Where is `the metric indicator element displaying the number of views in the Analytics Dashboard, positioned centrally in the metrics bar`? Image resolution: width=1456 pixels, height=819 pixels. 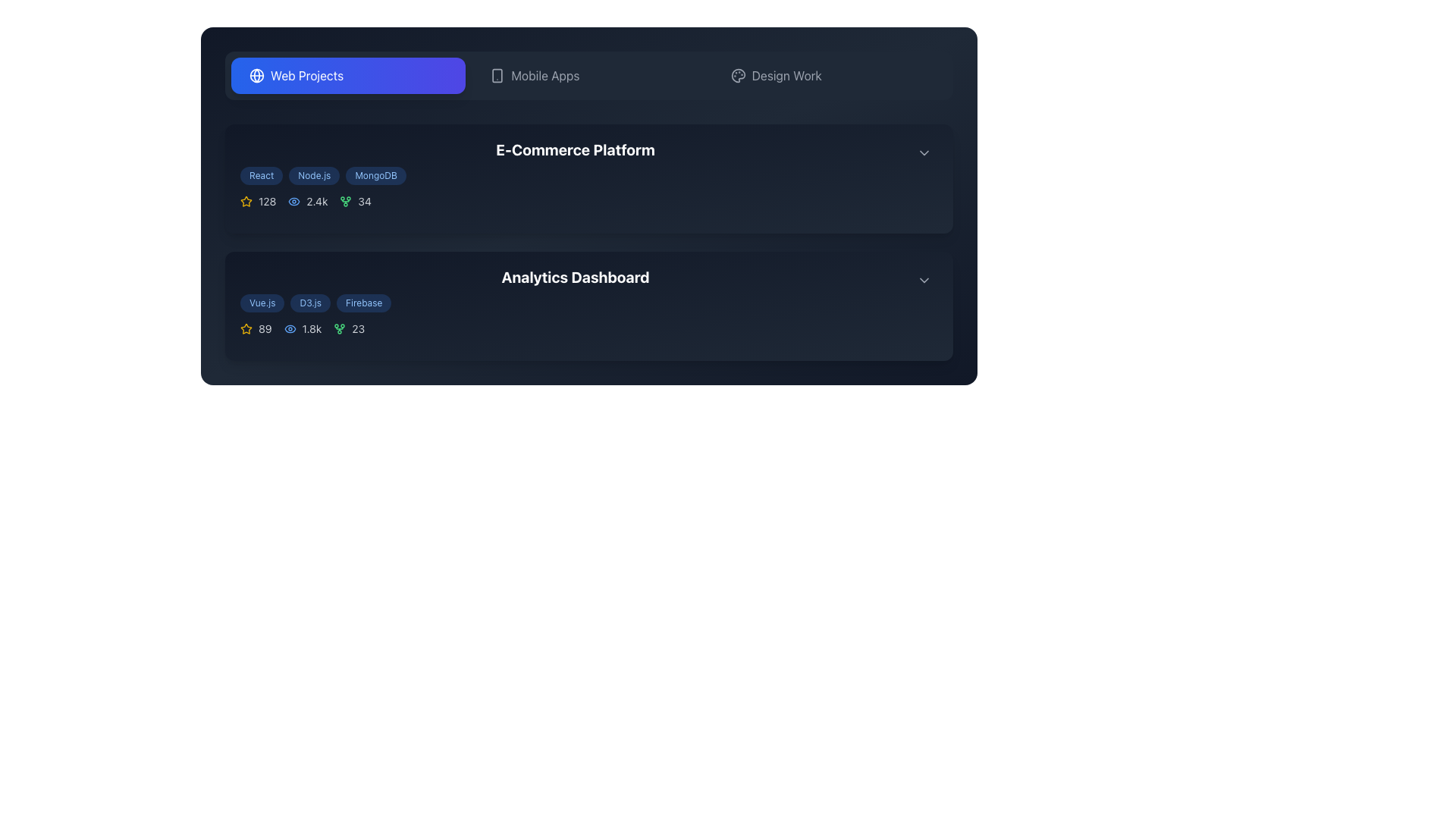 the metric indicator element displaying the number of views in the Analytics Dashboard, positioned centrally in the metrics bar is located at coordinates (303, 328).